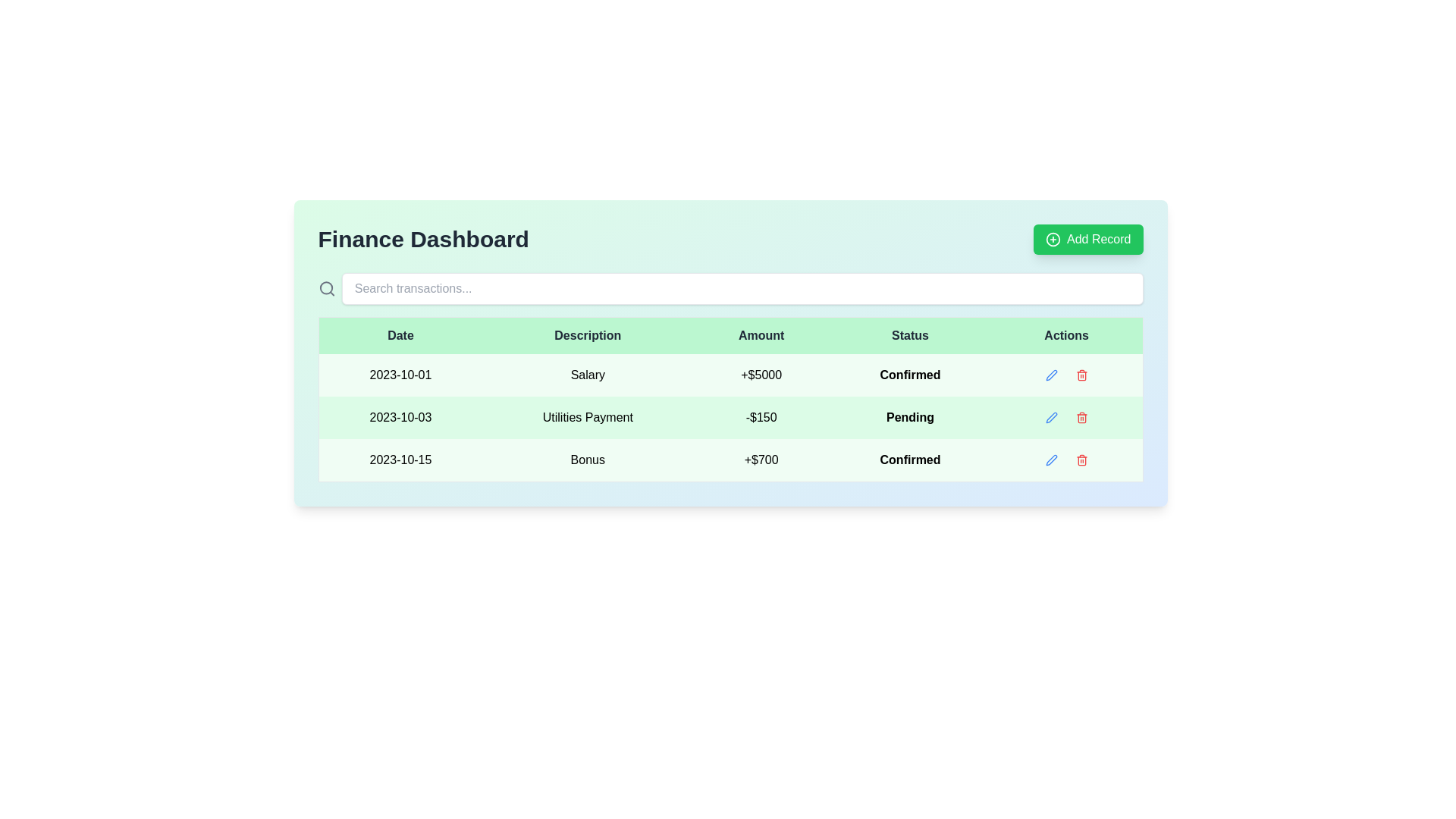 This screenshot has width=1456, height=819. What do you see at coordinates (587, 375) in the screenshot?
I see `the 'Salary' text label located in the second column of the second row in the data grid` at bounding box center [587, 375].